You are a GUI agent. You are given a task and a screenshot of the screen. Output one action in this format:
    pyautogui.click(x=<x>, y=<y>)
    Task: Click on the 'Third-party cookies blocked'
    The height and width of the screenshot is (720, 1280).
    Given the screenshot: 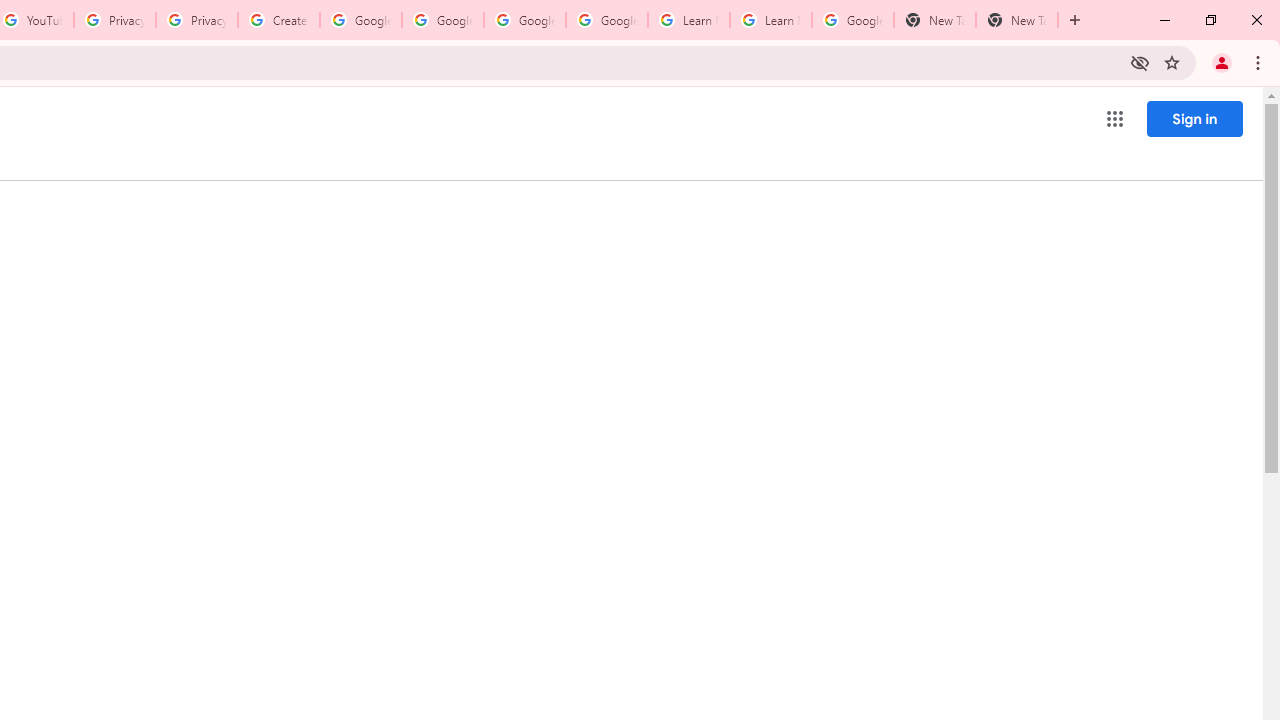 What is the action you would take?
    pyautogui.click(x=1139, y=61)
    